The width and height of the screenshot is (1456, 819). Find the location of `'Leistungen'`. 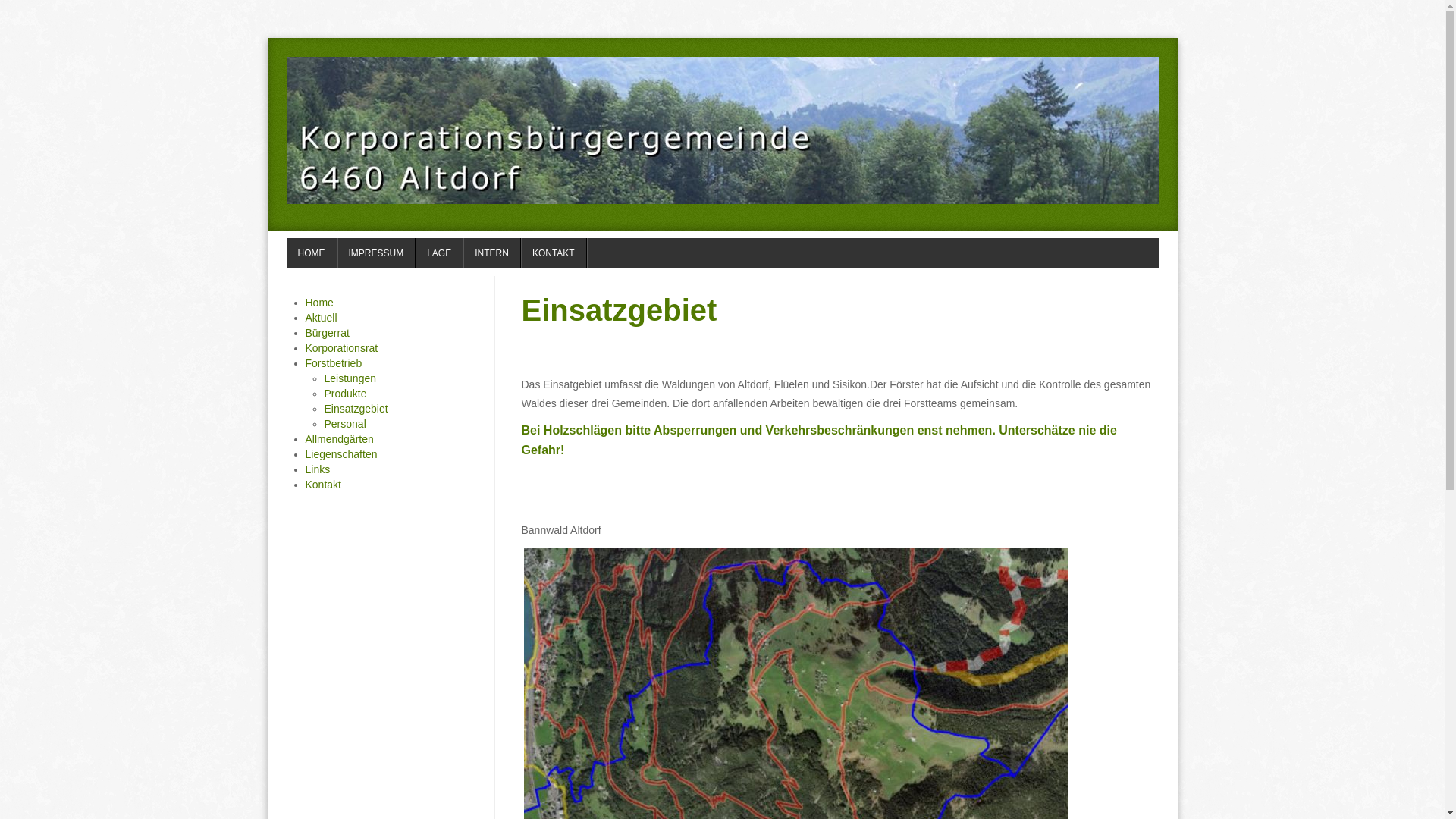

'Leistungen' is located at coordinates (350, 377).